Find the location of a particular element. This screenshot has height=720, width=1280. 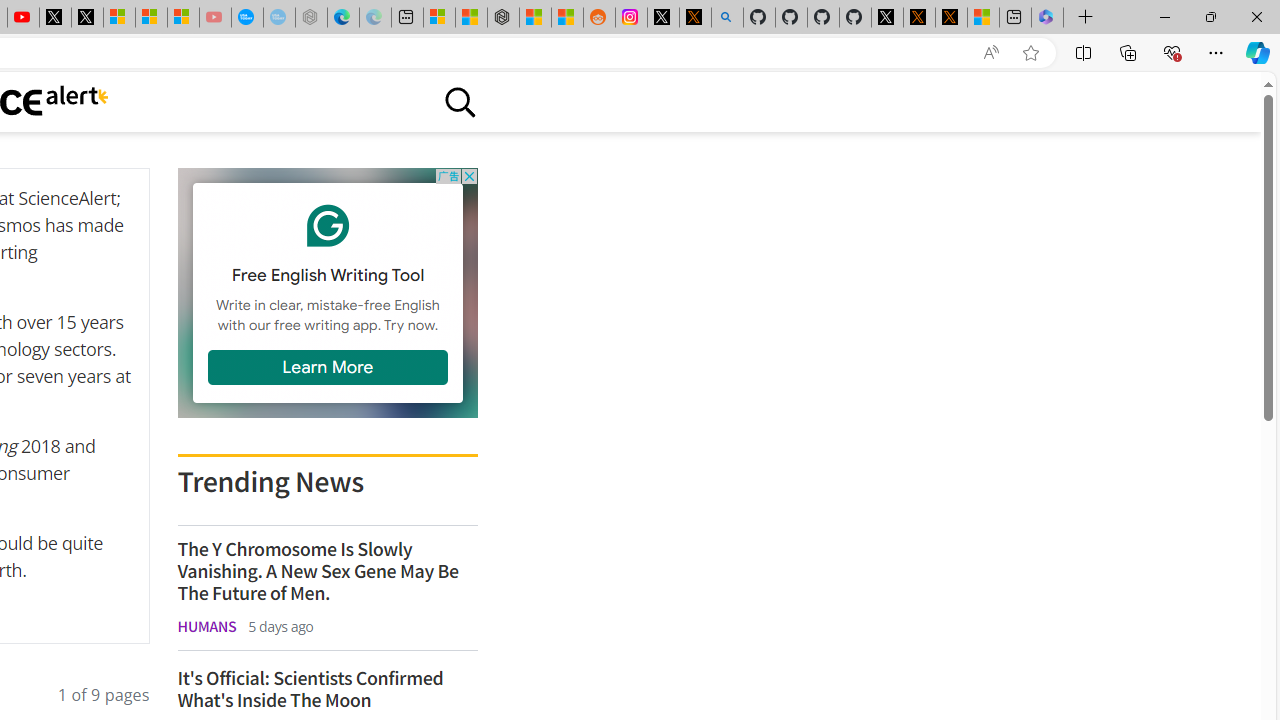

'Class: sciencealert-search-desktop-svg ' is located at coordinates (458, 102).